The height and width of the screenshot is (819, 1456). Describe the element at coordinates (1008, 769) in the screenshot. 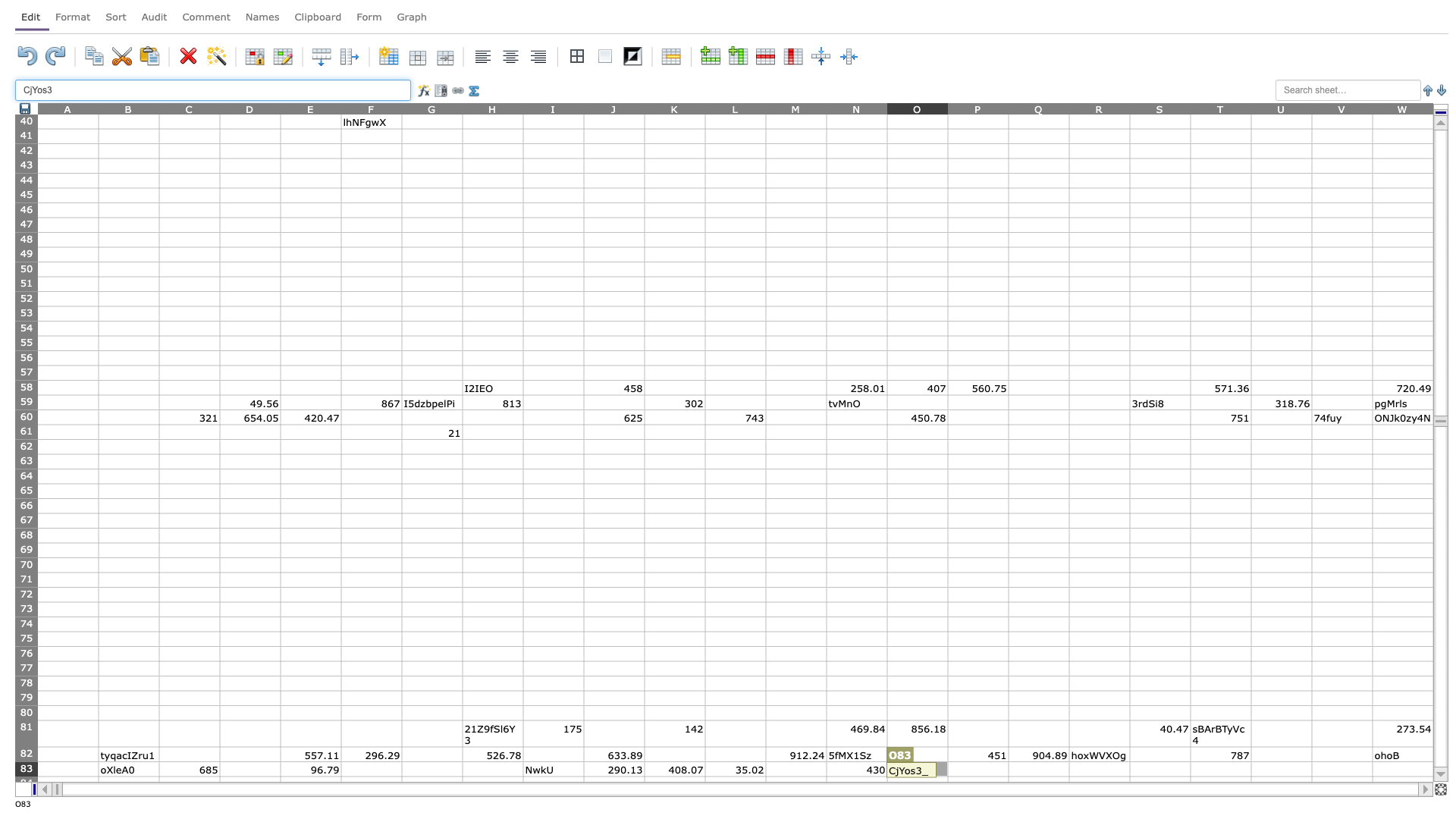

I see `Right side boundary of P83` at that location.